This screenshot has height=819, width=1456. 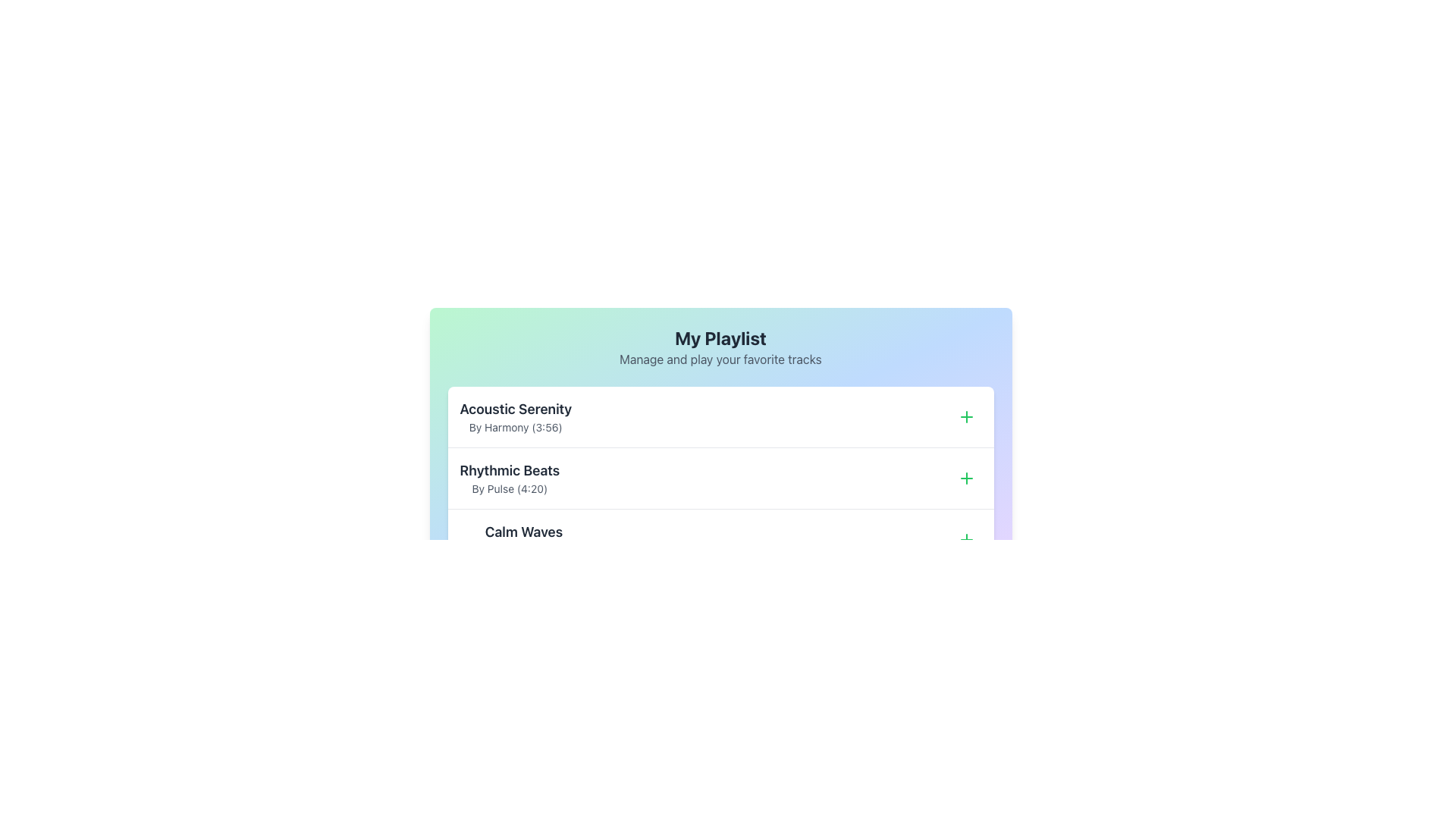 What do you see at coordinates (720, 337) in the screenshot?
I see `the bold text header element labeled 'My Playlist', which is centrally aligned at the top of the interface and displayed against a gradient background` at bounding box center [720, 337].